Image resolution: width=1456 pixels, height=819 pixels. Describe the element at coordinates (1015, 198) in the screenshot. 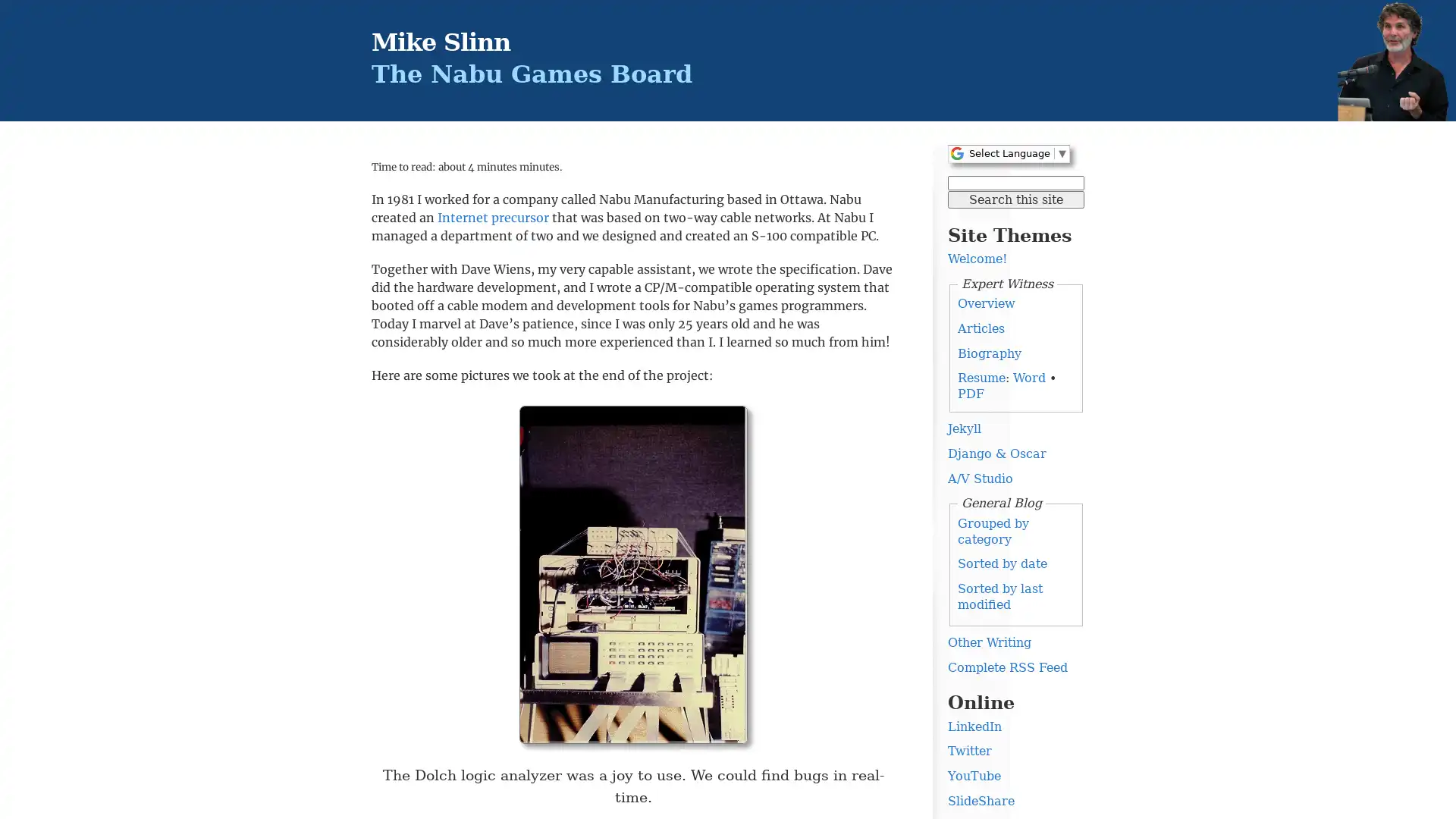

I see `Search this site` at that location.